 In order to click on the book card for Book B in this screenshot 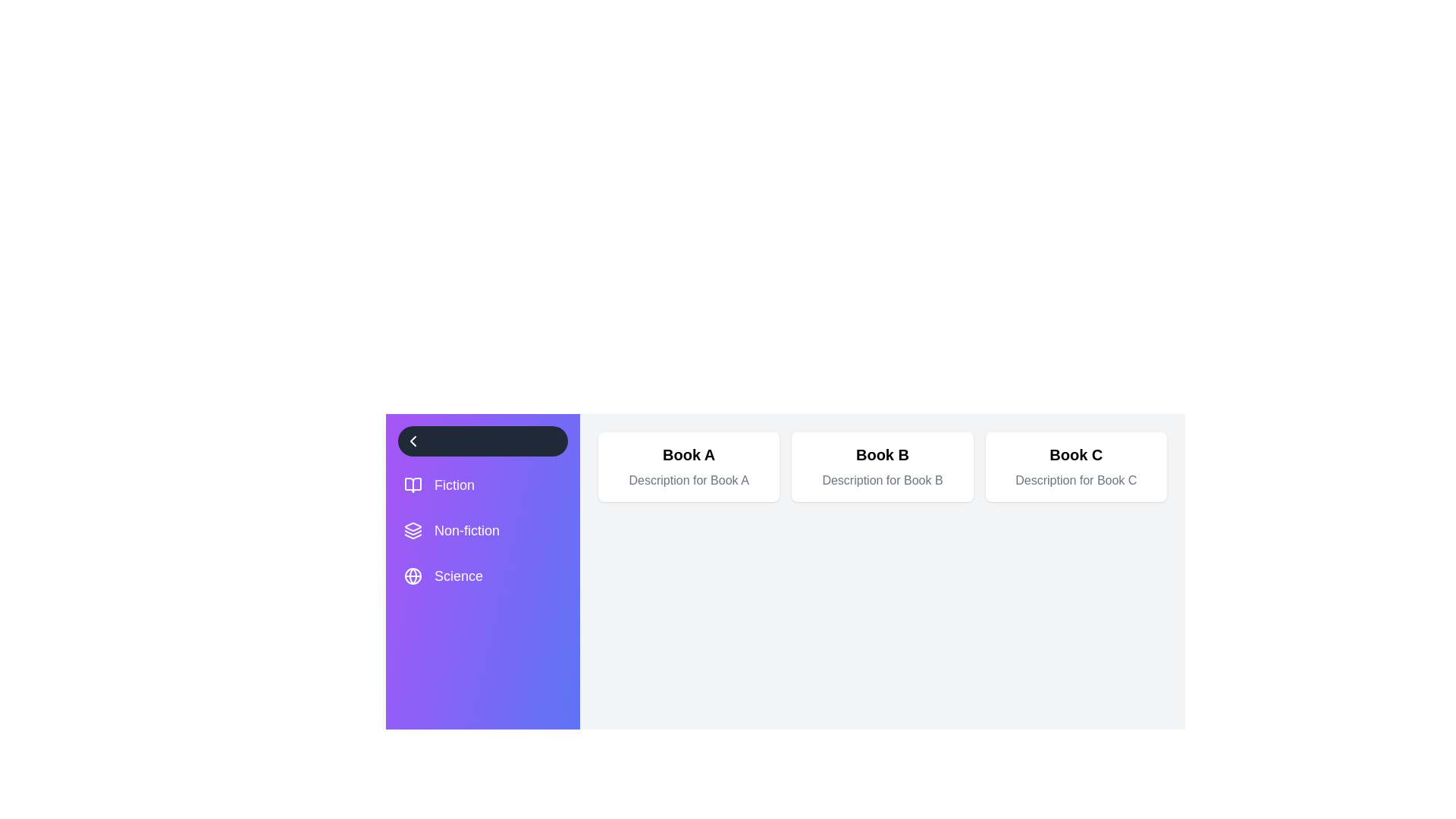, I will do `click(882, 466)`.